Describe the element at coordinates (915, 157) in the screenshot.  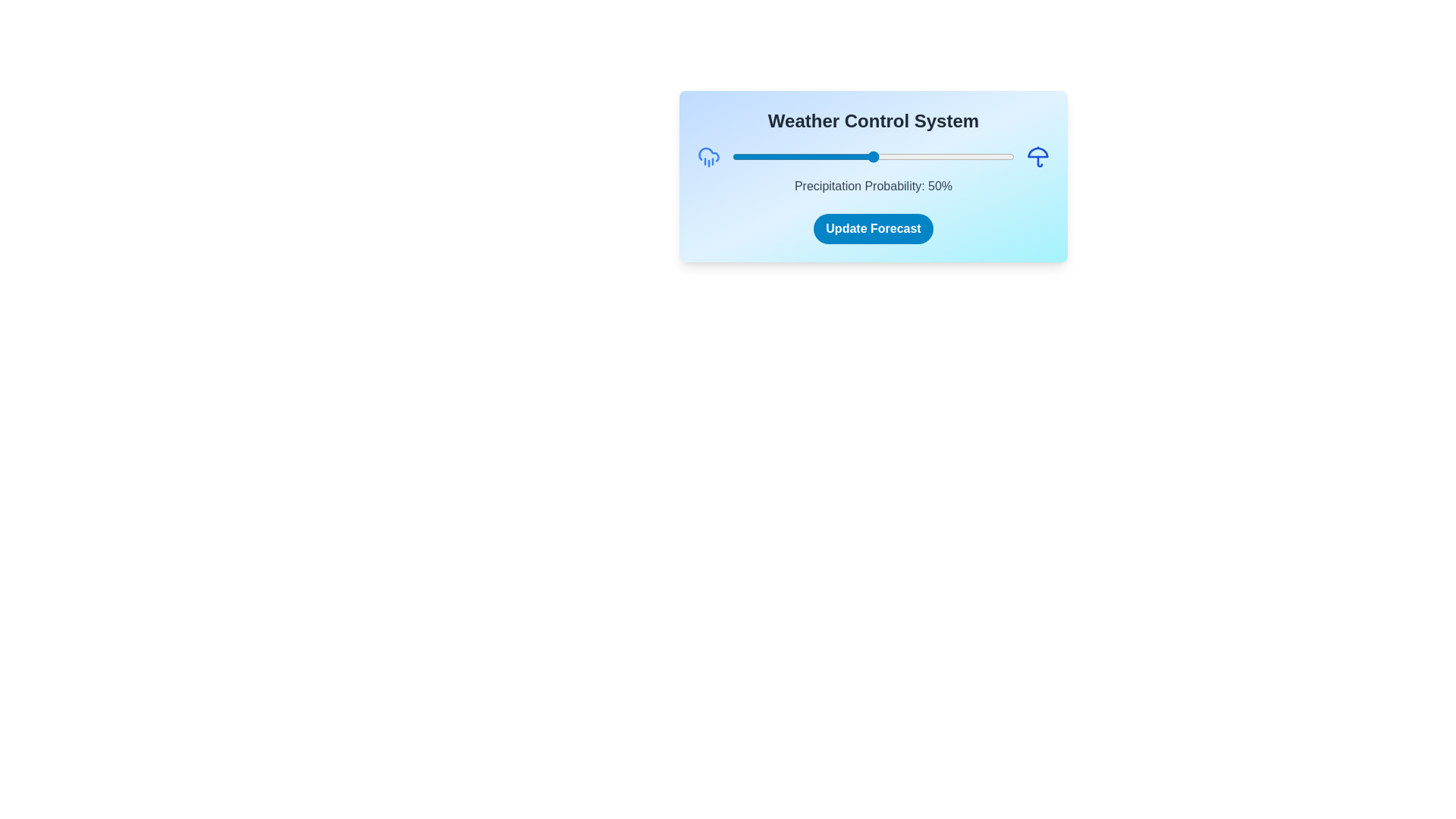
I see `the precipitation probability slider to 65%` at that location.